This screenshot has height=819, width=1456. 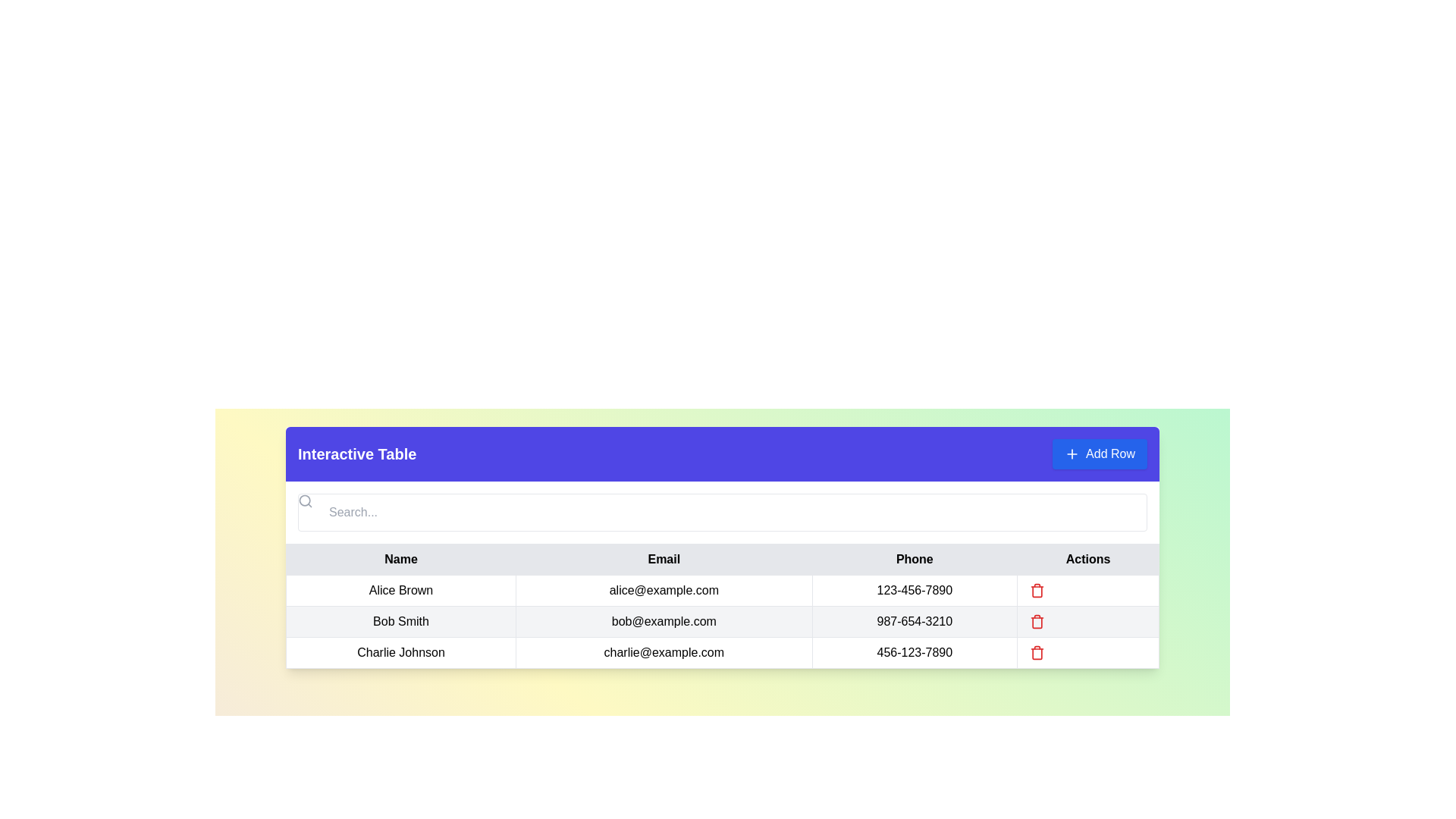 I want to click on the blue circular icon with a white plus sign at its center, which is part of the 'Add Row' button located in the top-right corner of the interface, so click(x=1072, y=453).